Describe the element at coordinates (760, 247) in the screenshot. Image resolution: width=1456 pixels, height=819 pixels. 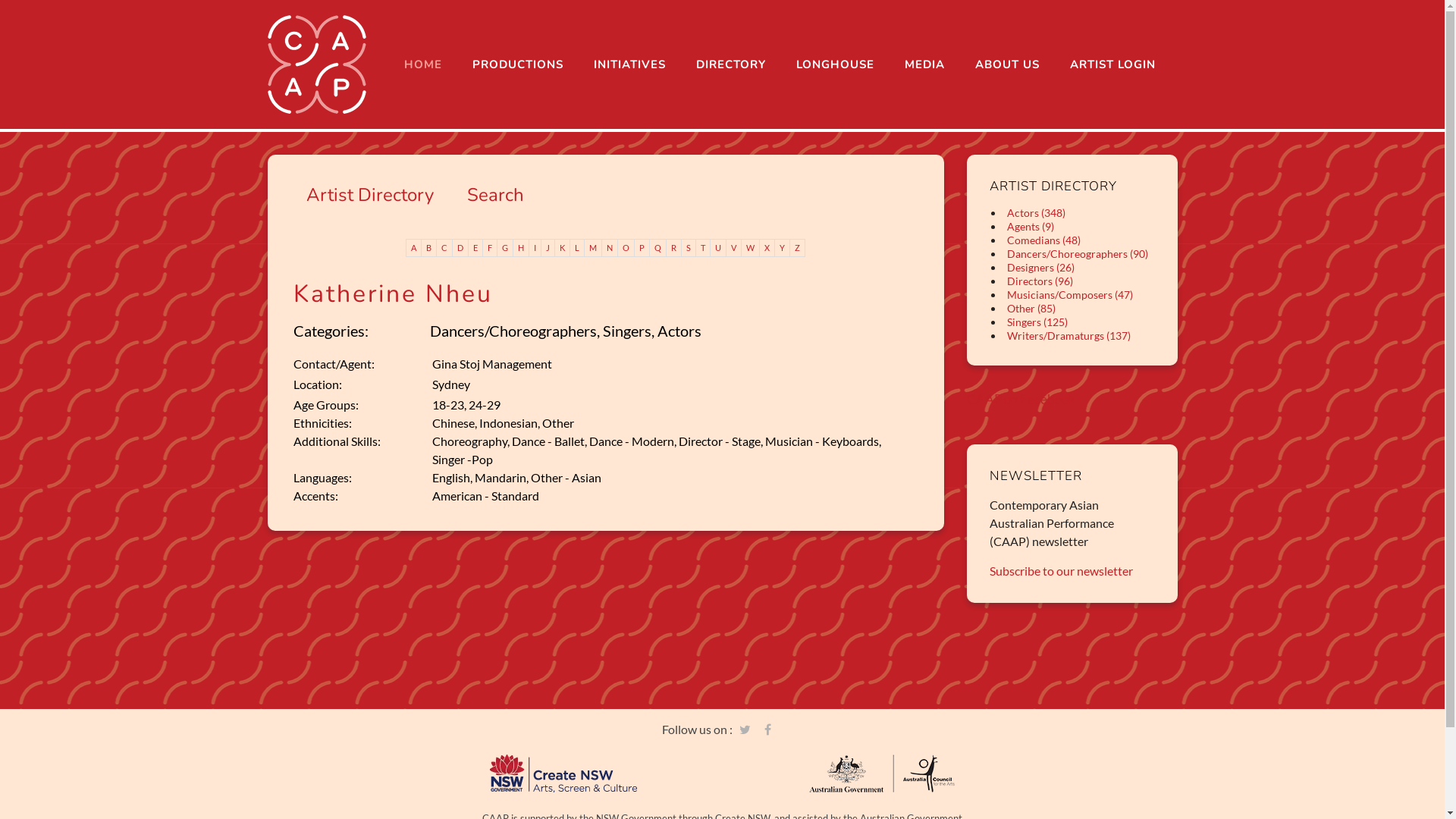
I see `'X'` at that location.